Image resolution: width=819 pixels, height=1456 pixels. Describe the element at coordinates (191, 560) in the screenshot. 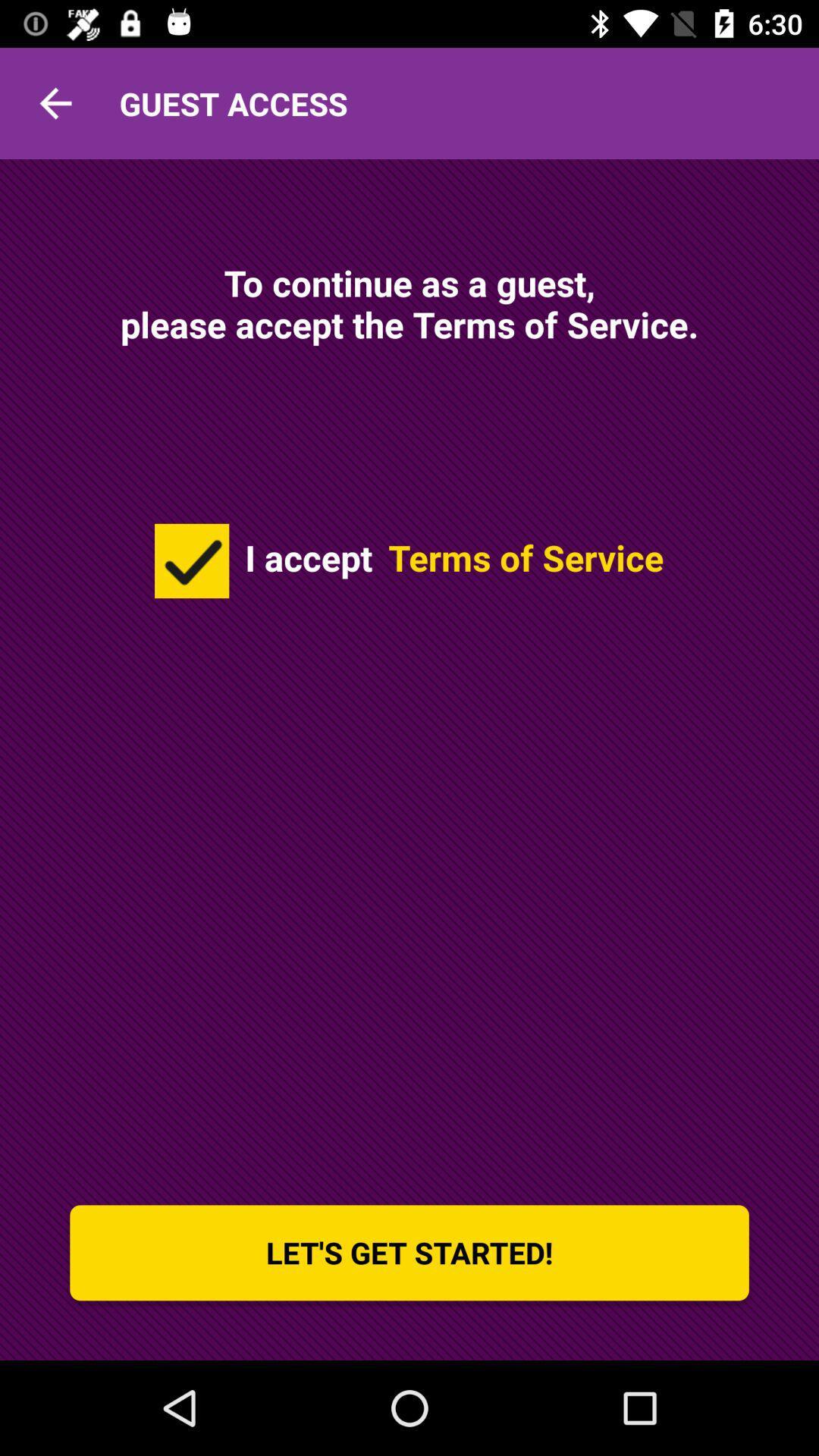

I see `the icon on the left` at that location.